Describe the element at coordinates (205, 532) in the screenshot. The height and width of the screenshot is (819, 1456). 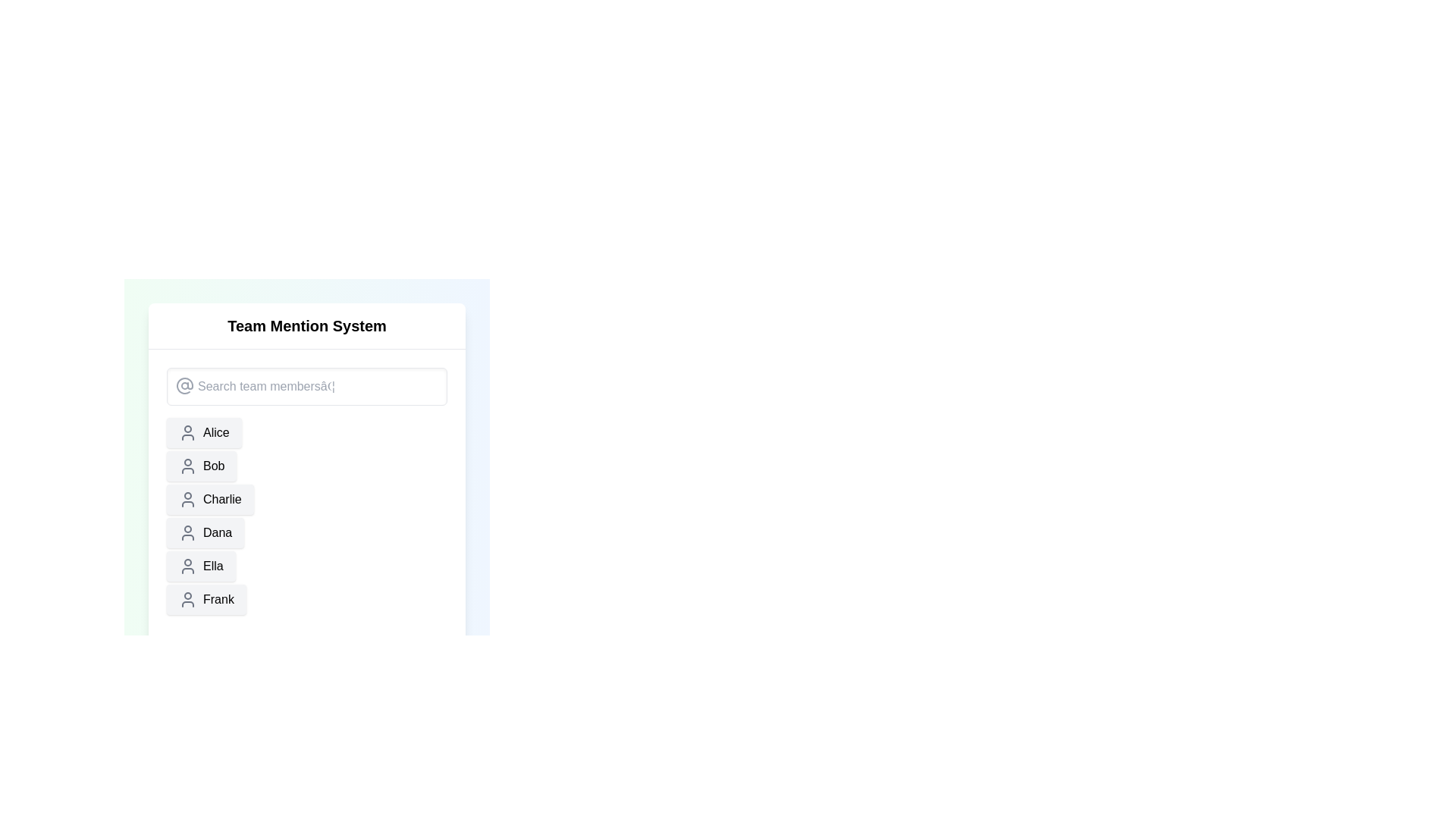
I see `the button labeled 'Dana' in the 'Team Mention System' interface` at that location.